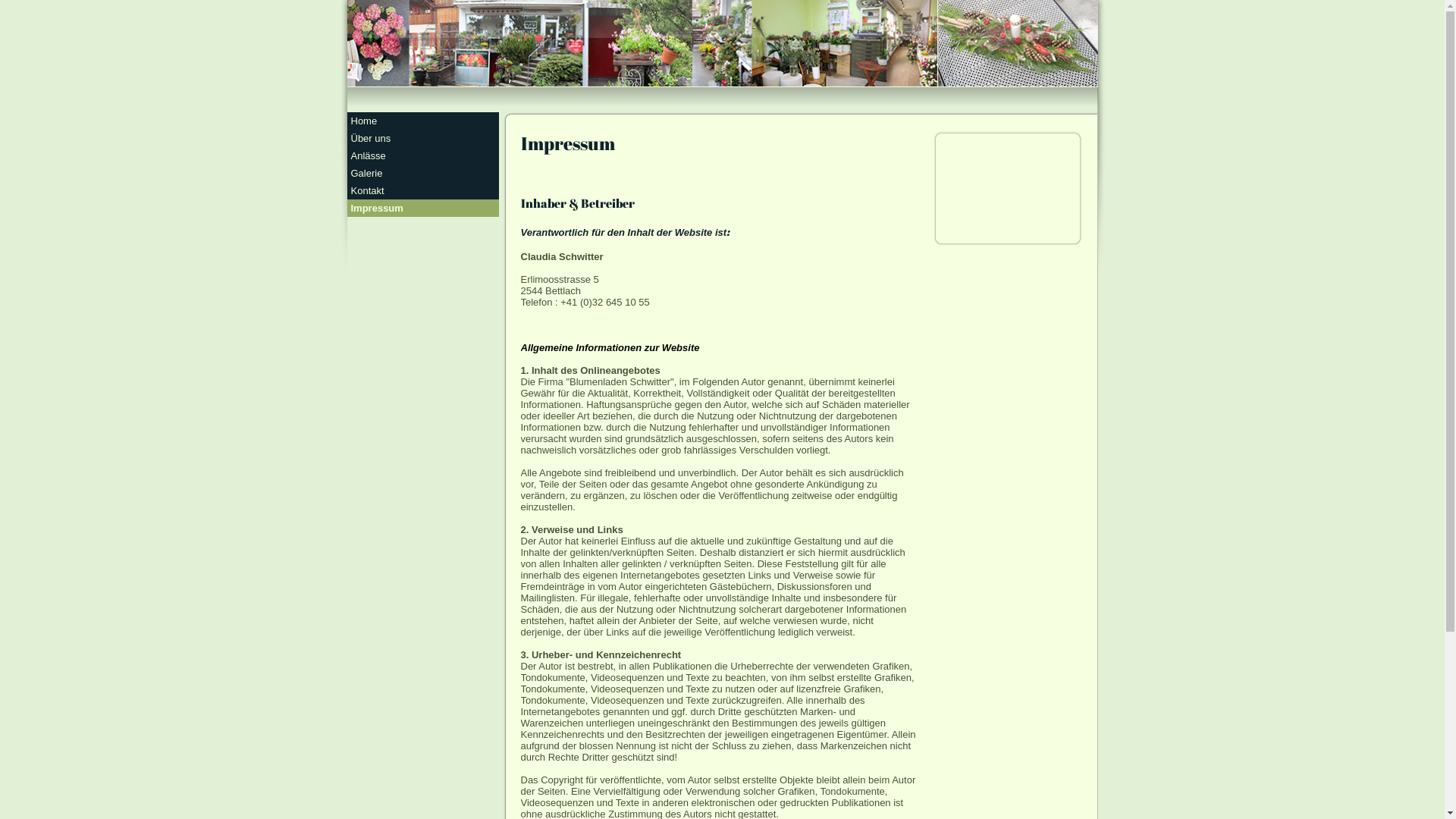  What do you see at coordinates (422, 120) in the screenshot?
I see `'Home'` at bounding box center [422, 120].